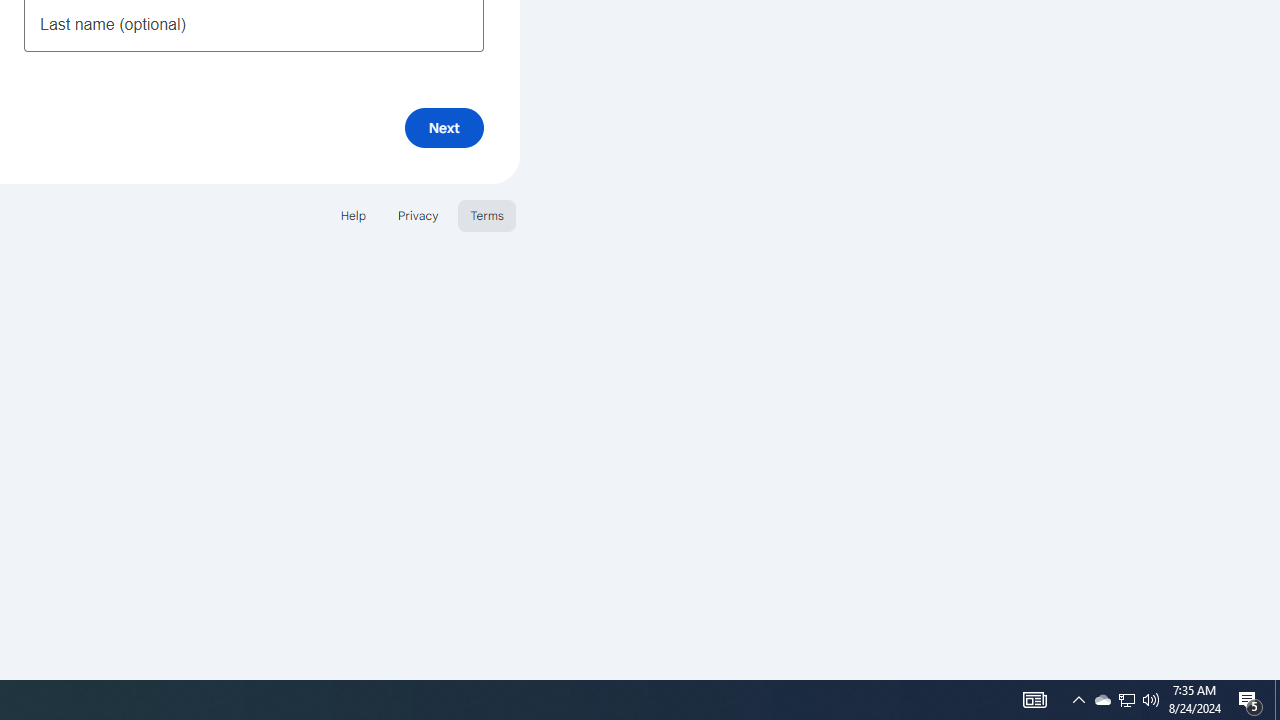 The width and height of the screenshot is (1280, 720). What do you see at coordinates (443, 127) in the screenshot?
I see `'Next'` at bounding box center [443, 127].